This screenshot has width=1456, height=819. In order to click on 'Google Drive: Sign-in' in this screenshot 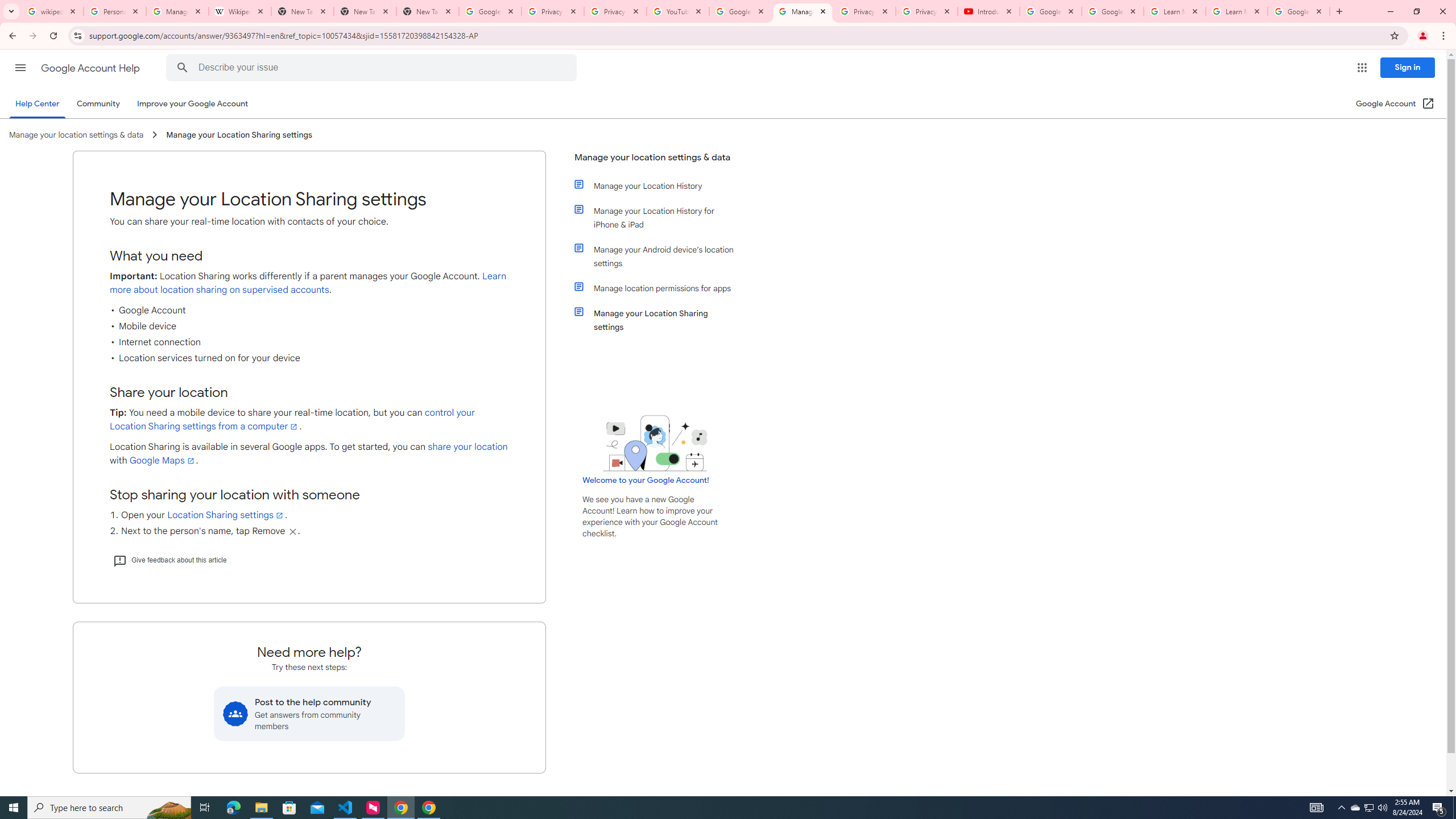, I will do `click(490, 11)`.